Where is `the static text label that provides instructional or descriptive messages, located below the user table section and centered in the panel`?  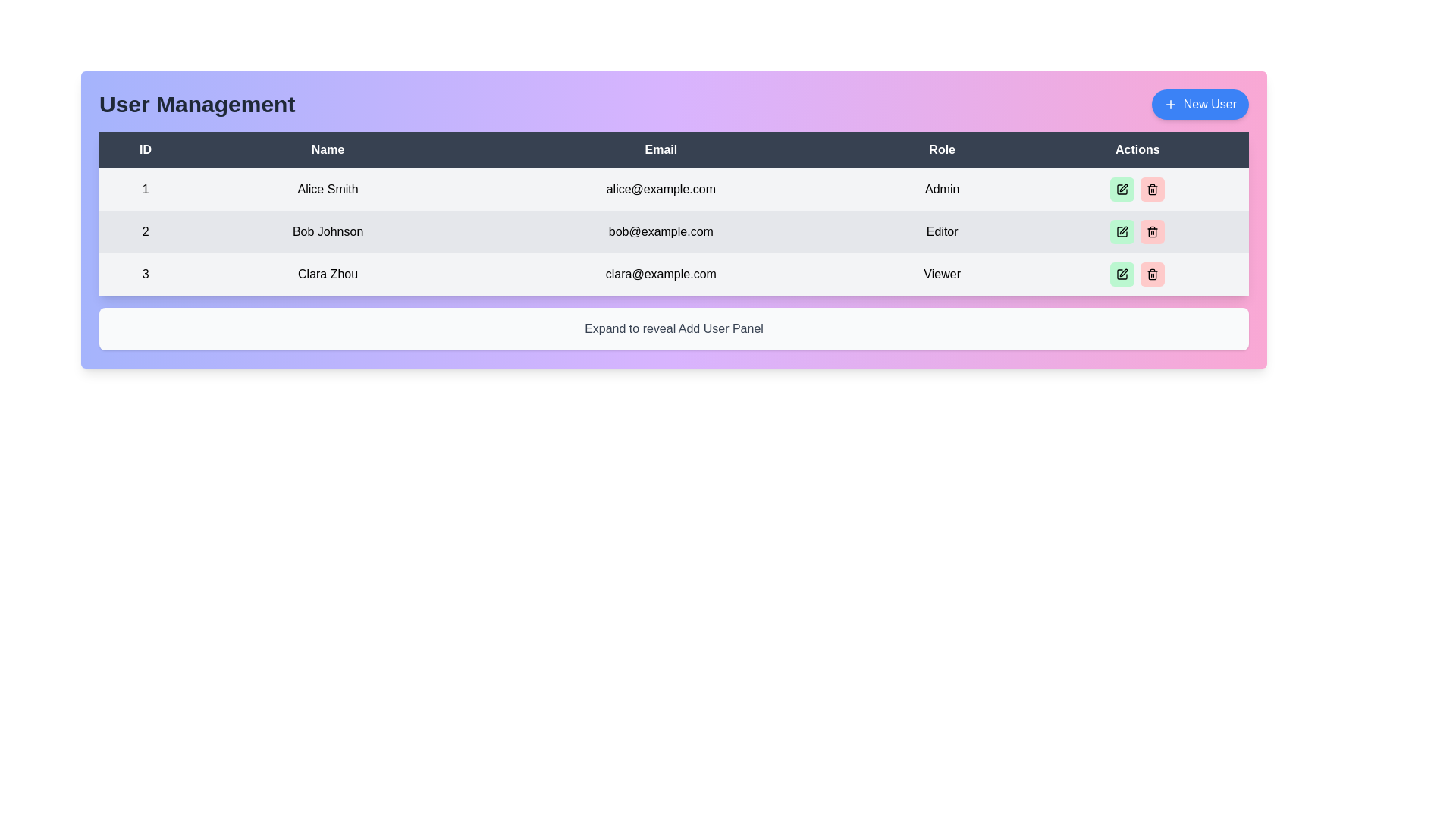
the static text label that provides instructional or descriptive messages, located below the user table section and centered in the panel is located at coordinates (673, 328).